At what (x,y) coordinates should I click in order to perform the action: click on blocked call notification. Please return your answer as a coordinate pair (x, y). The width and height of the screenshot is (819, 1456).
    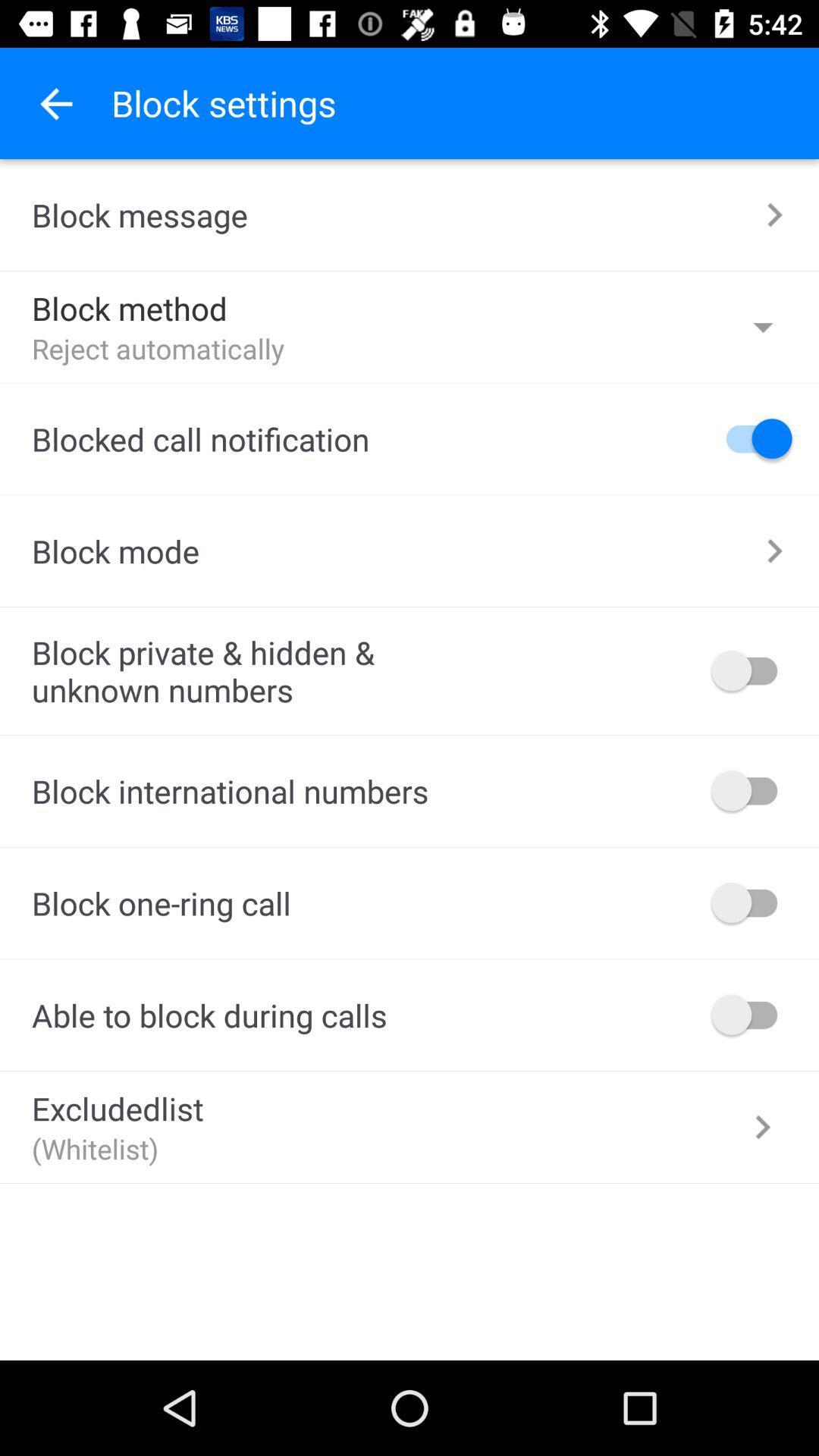
    Looking at the image, I should click on (752, 438).